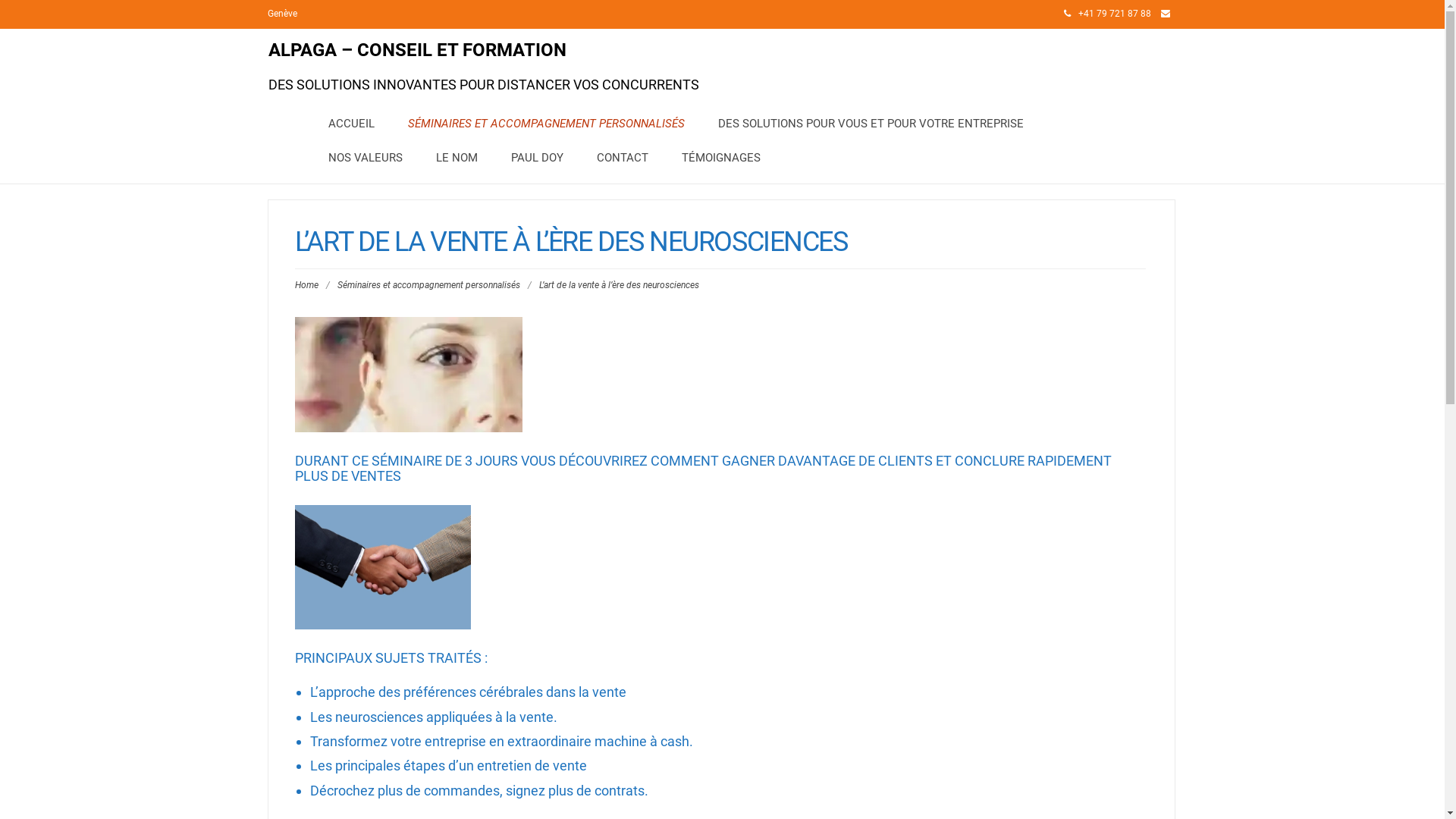 The image size is (1456, 819). I want to click on 'CONTACT', so click(622, 158).